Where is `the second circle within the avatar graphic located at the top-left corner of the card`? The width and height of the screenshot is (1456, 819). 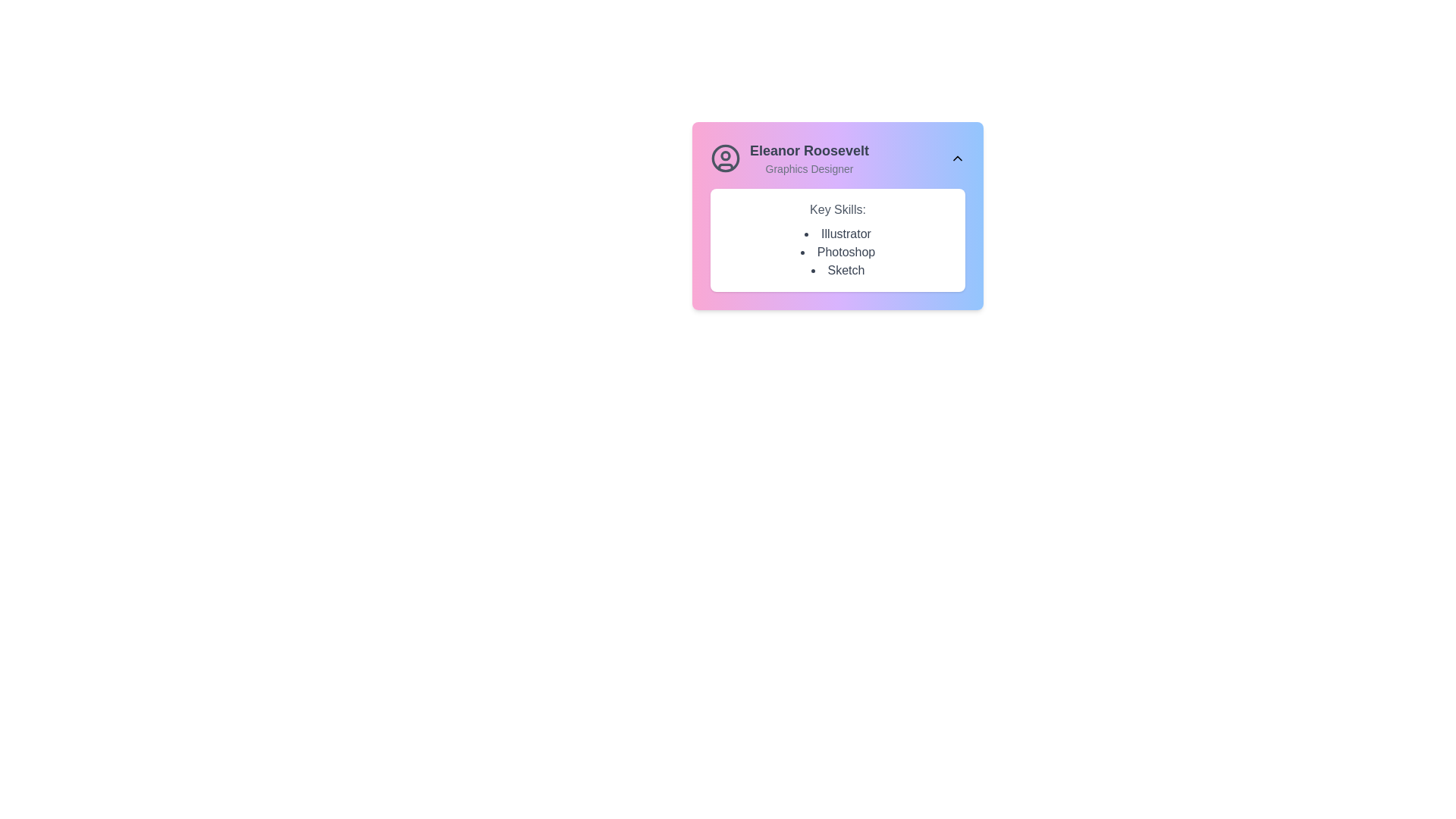
the second circle within the avatar graphic located at the top-left corner of the card is located at coordinates (724, 155).